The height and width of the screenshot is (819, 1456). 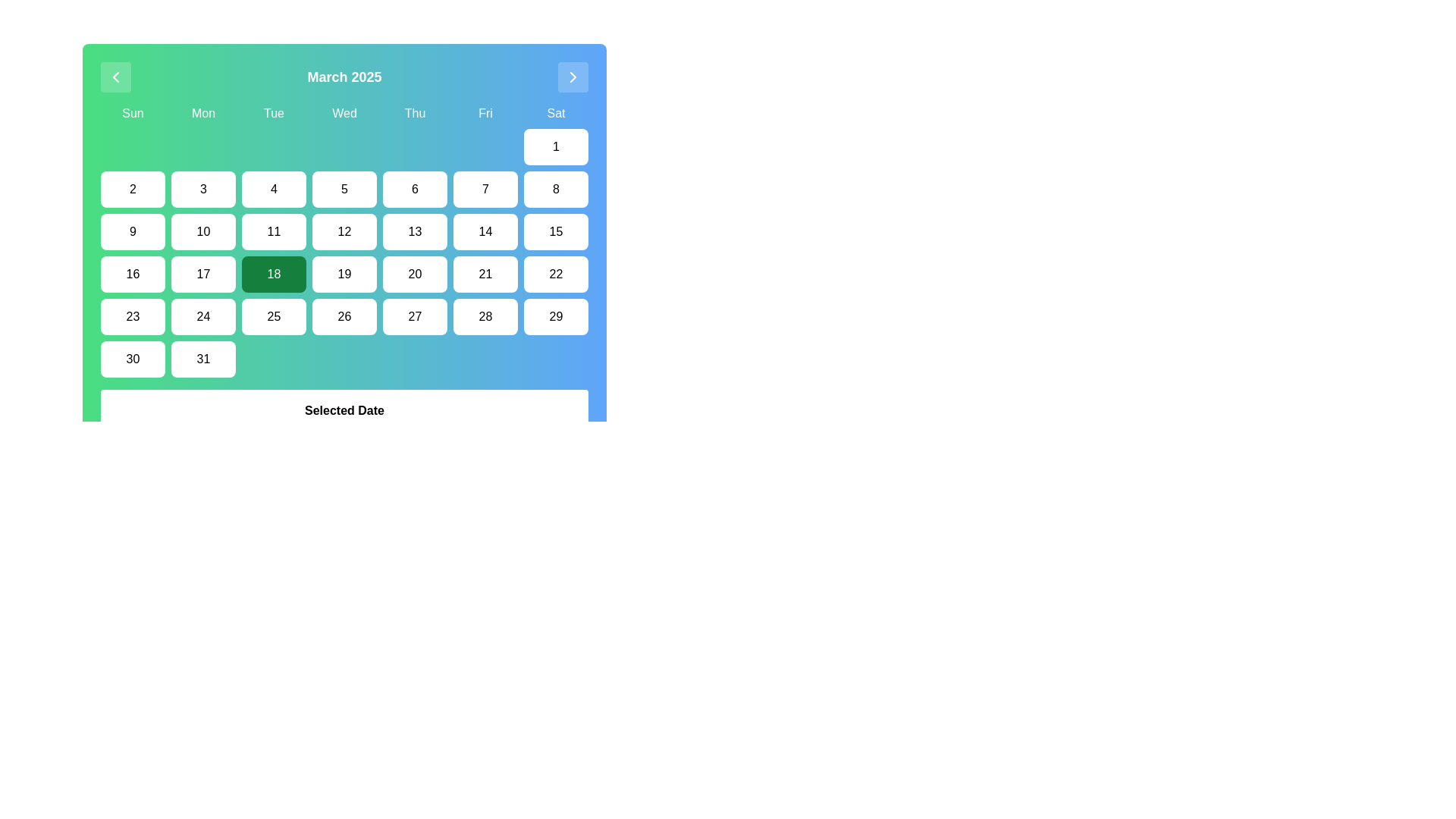 What do you see at coordinates (133, 189) in the screenshot?
I see `the date button labeled '2' which is a rounded rectangle with a white background and black text, located under the 'Sun' header in the calendar grid` at bounding box center [133, 189].